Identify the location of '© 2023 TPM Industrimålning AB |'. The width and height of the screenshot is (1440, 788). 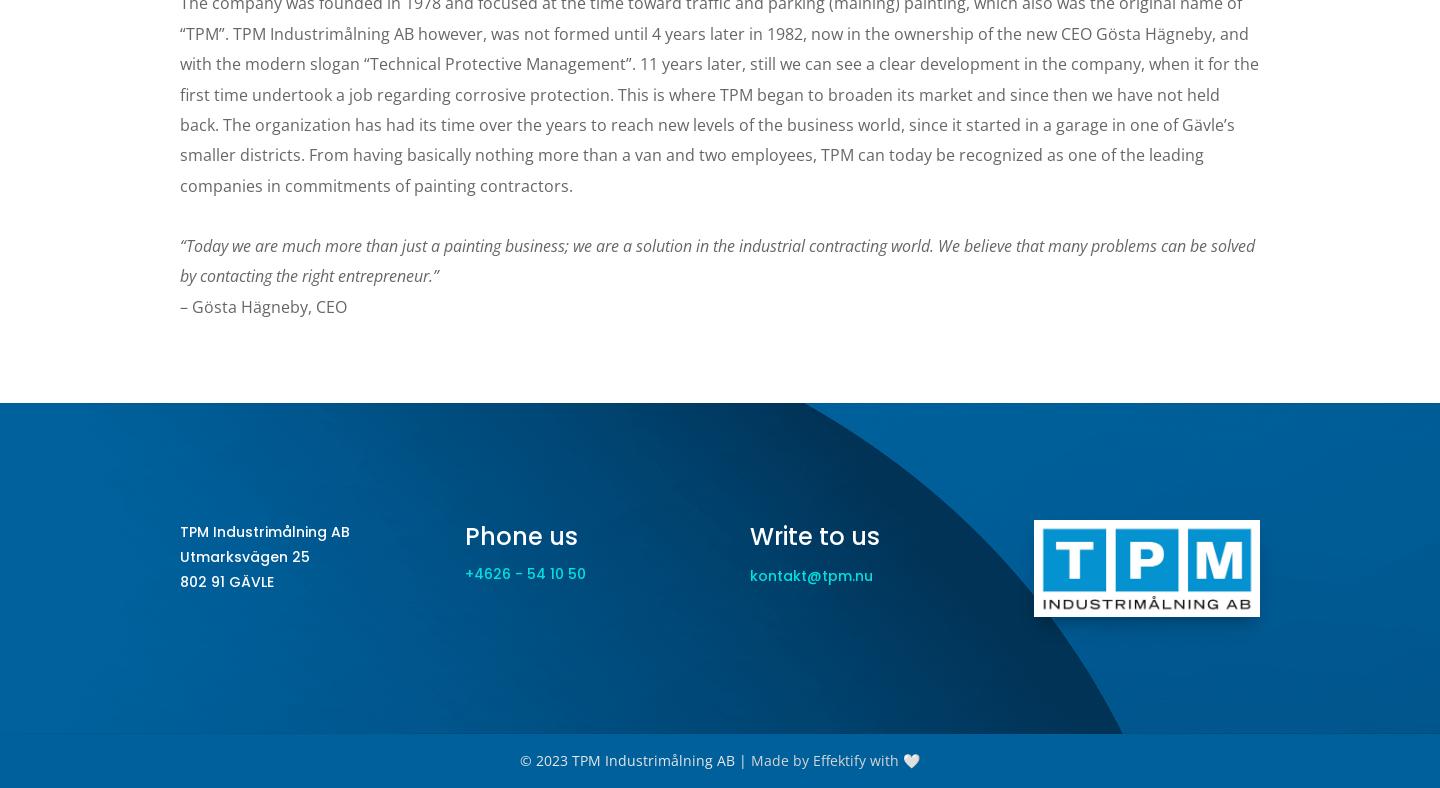
(518, 760).